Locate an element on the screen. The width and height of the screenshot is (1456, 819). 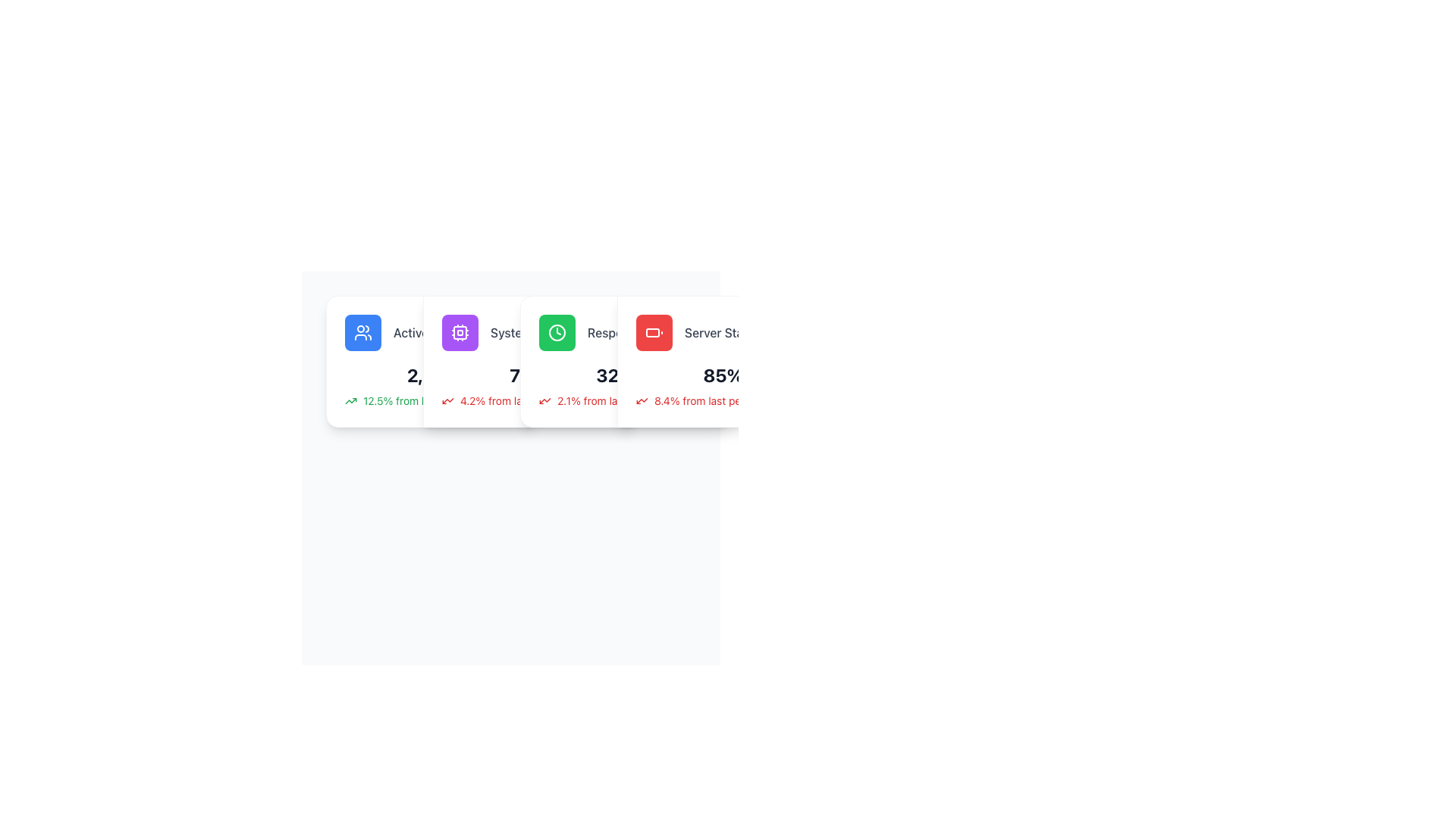
the Text Label displaying '4.2% from last period' styled in red, positioned at the bottom of the group card under the value '7' is located at coordinates (513, 400).